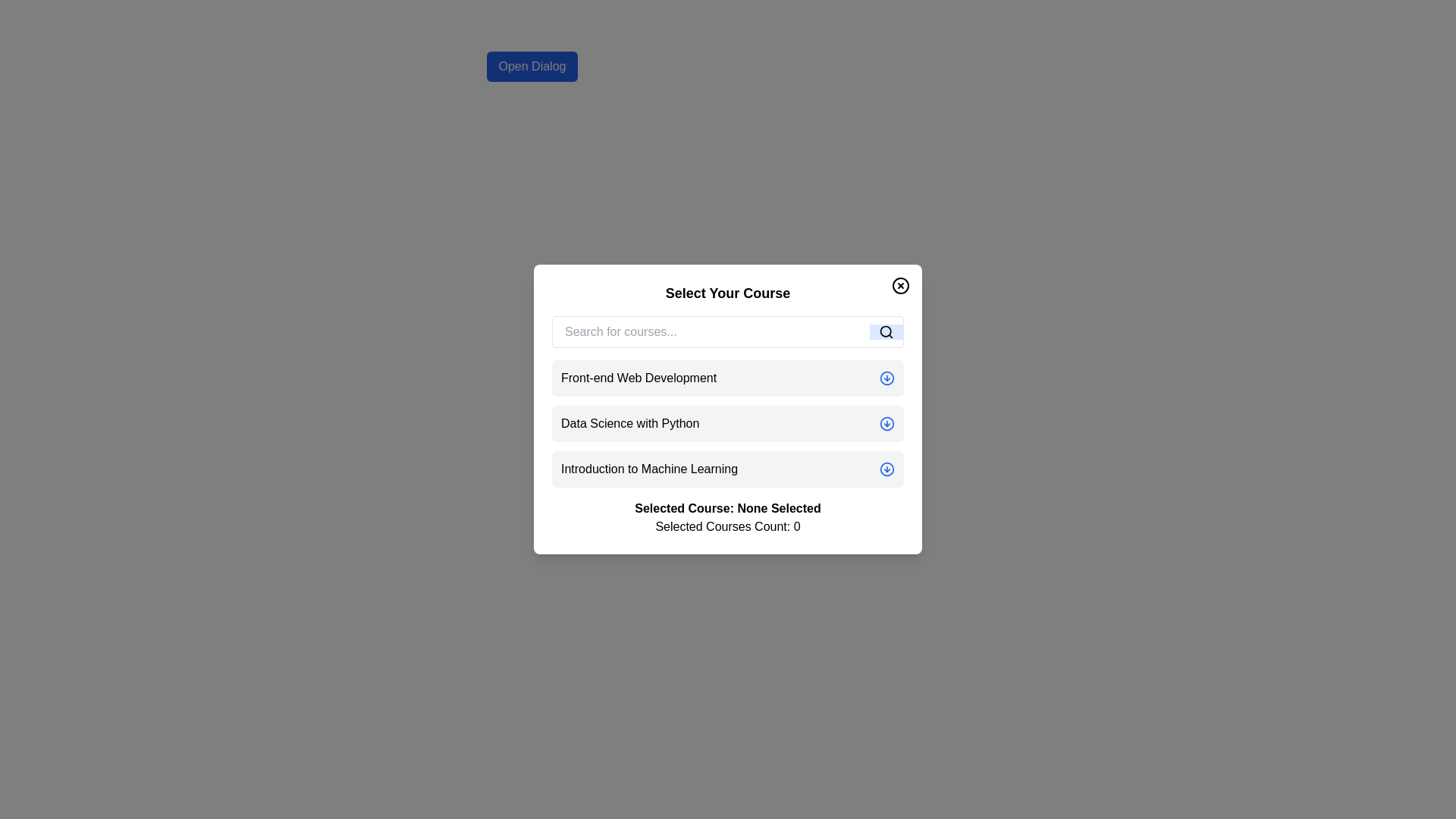 The image size is (1456, 819). Describe the element at coordinates (728, 526) in the screenshot. I see `the label displaying 'Selected Courses Count: 0', which is centrally located at the bottom of the dialog box, following the text 'Selected Course: None Selected'` at that location.